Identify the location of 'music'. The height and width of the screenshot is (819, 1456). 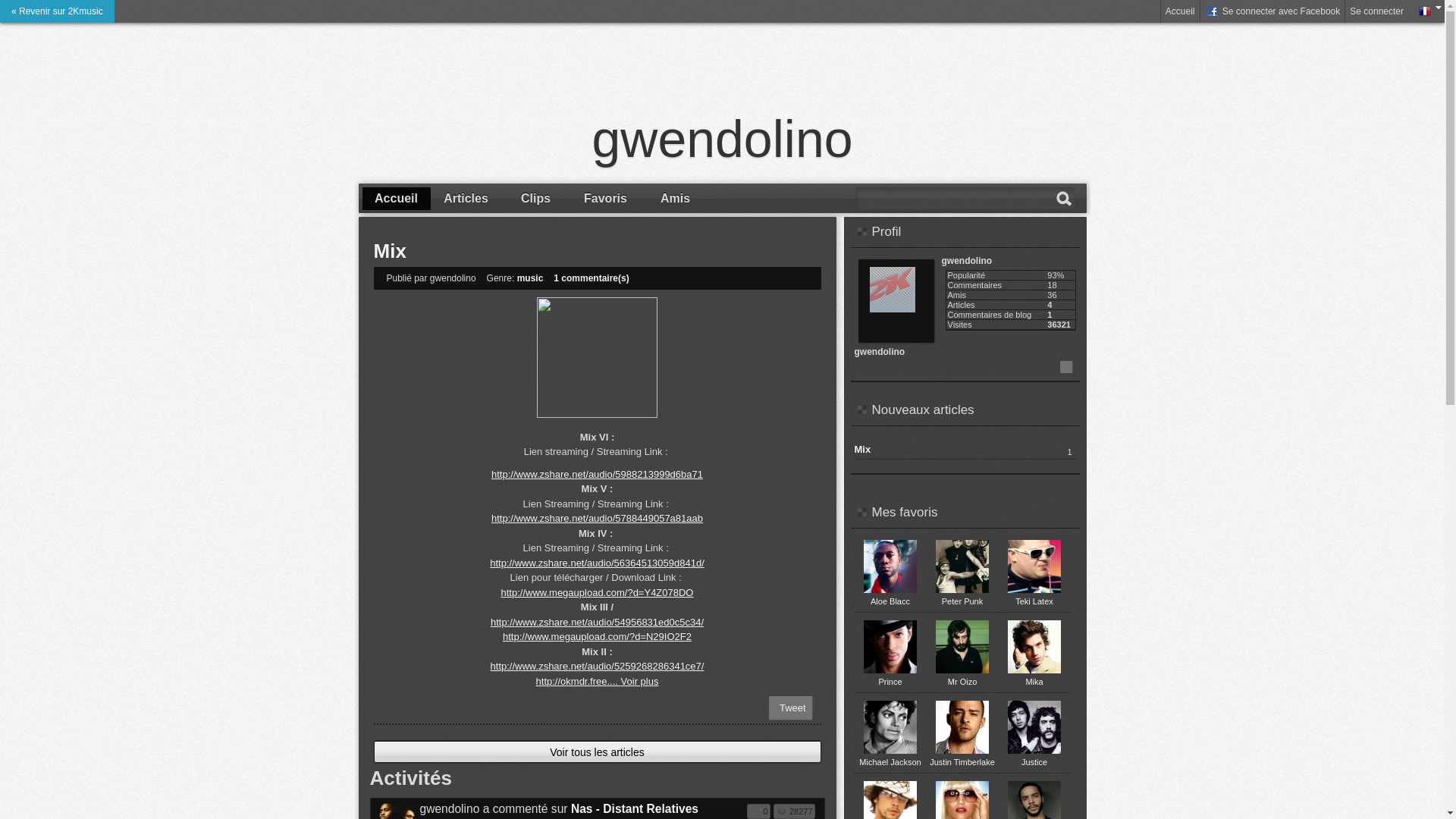
(530, 278).